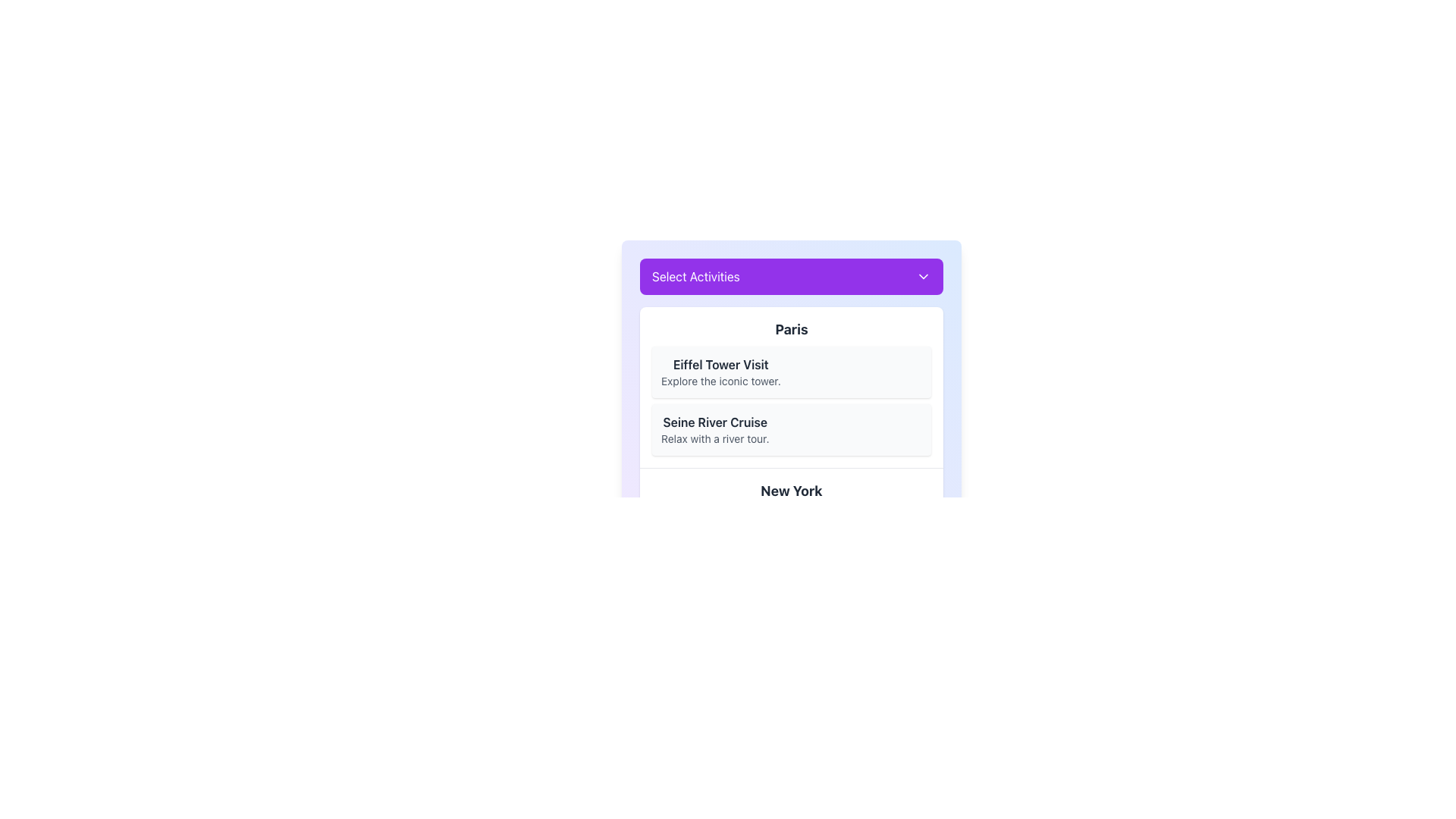  Describe the element at coordinates (714, 422) in the screenshot. I see `the text label that serves as the title for an activity option in the 'Paris' section, located between 'Eiffel Tower Visit' and 'Relax with a river tour.'` at that location.